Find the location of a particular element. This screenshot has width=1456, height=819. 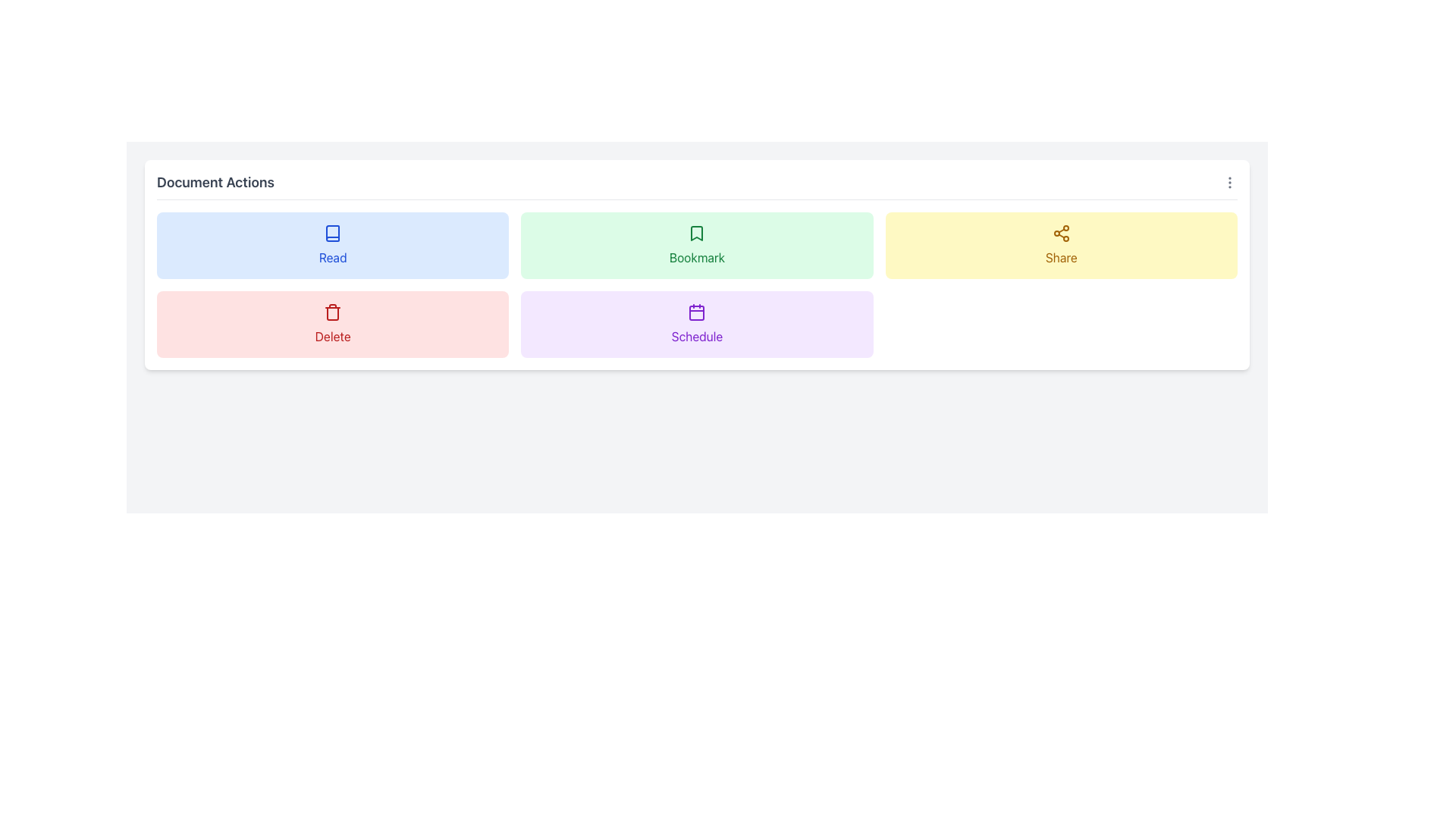

the green bookmark icon located at the center of the 'Bookmark' button, which is the middle button on the top row of a grid of buttons is located at coordinates (696, 234).